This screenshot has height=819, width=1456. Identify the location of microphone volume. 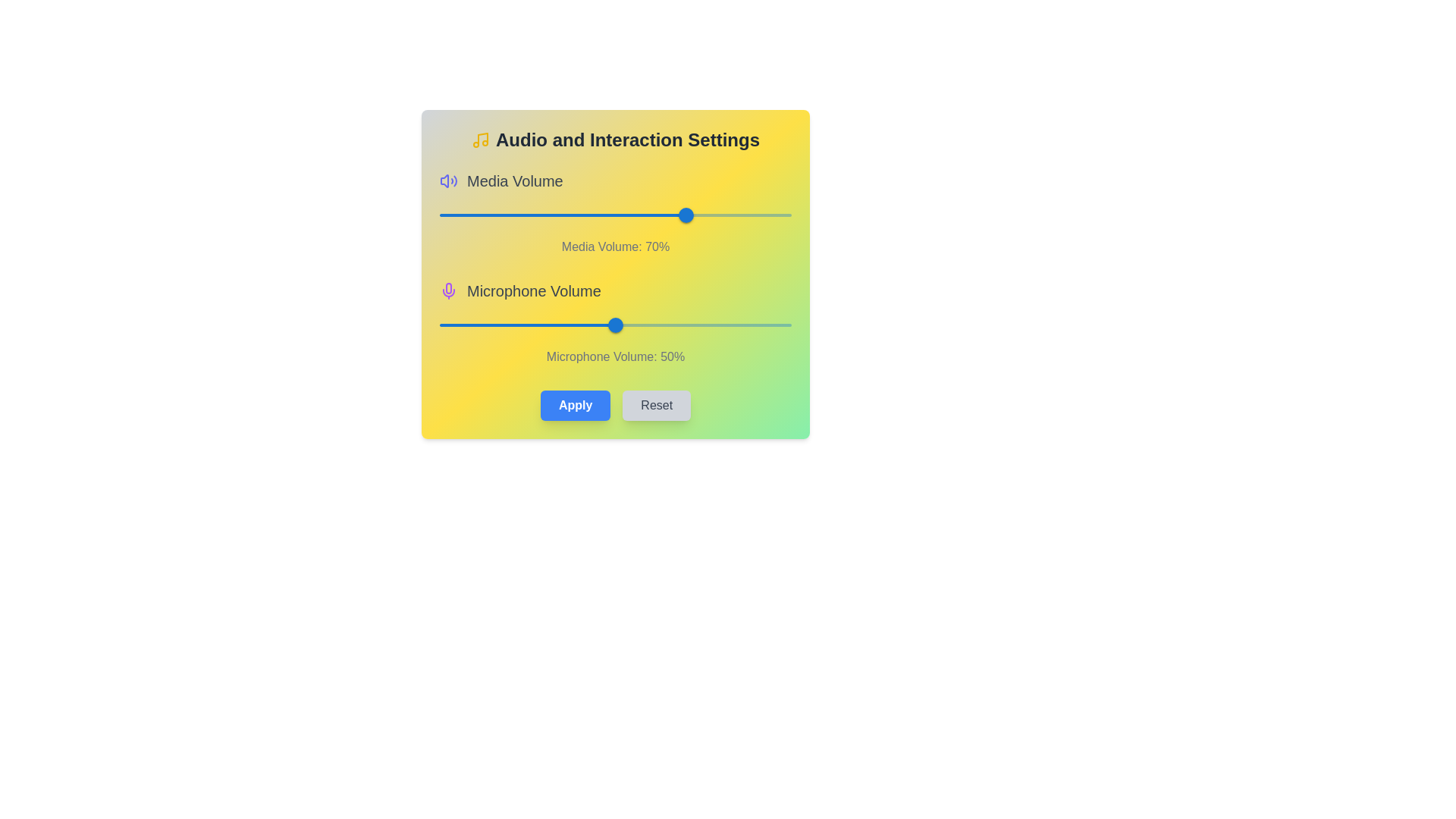
(641, 324).